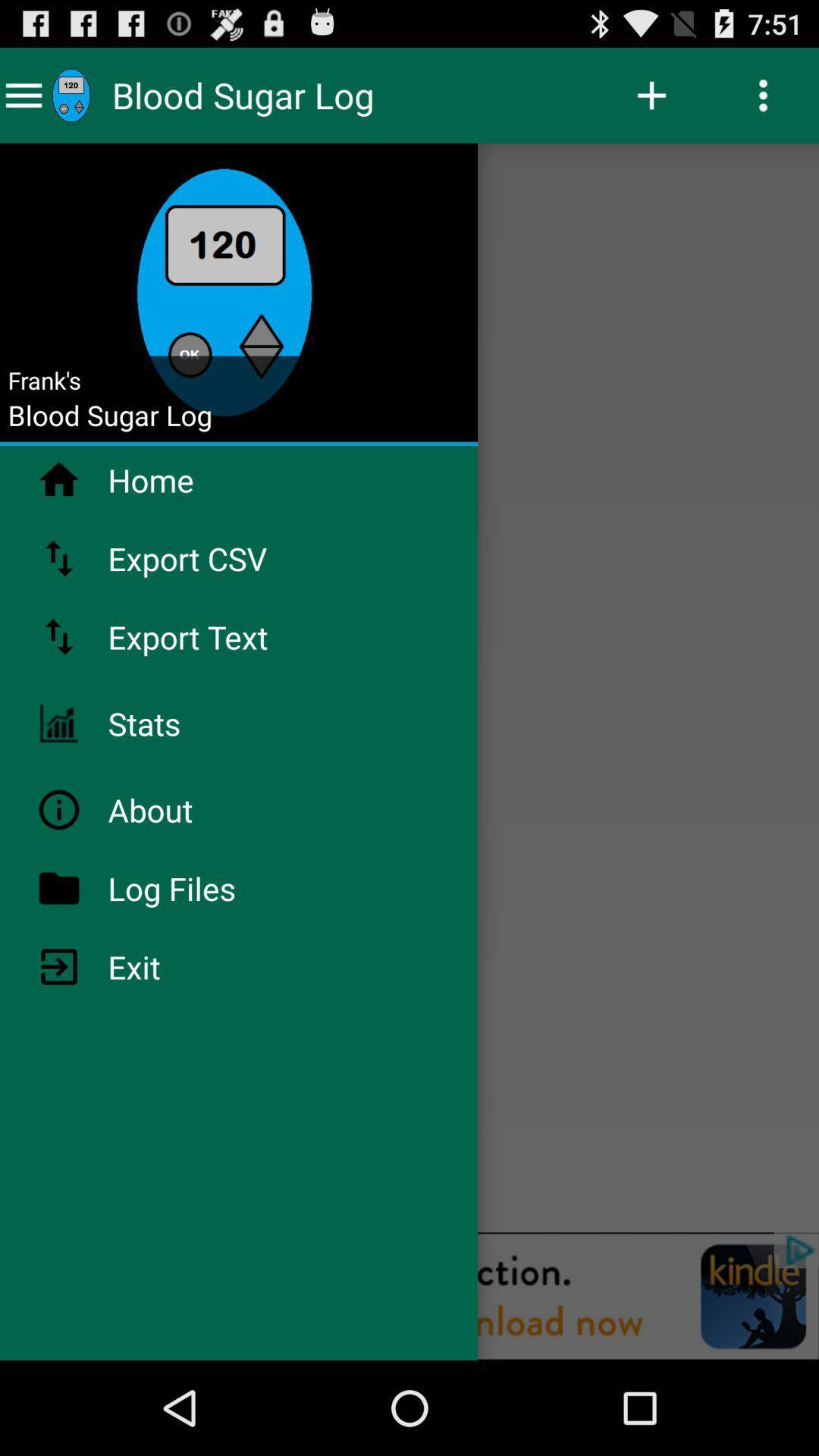 Image resolution: width=819 pixels, height=1456 pixels. What do you see at coordinates (227, 557) in the screenshot?
I see `export csv` at bounding box center [227, 557].